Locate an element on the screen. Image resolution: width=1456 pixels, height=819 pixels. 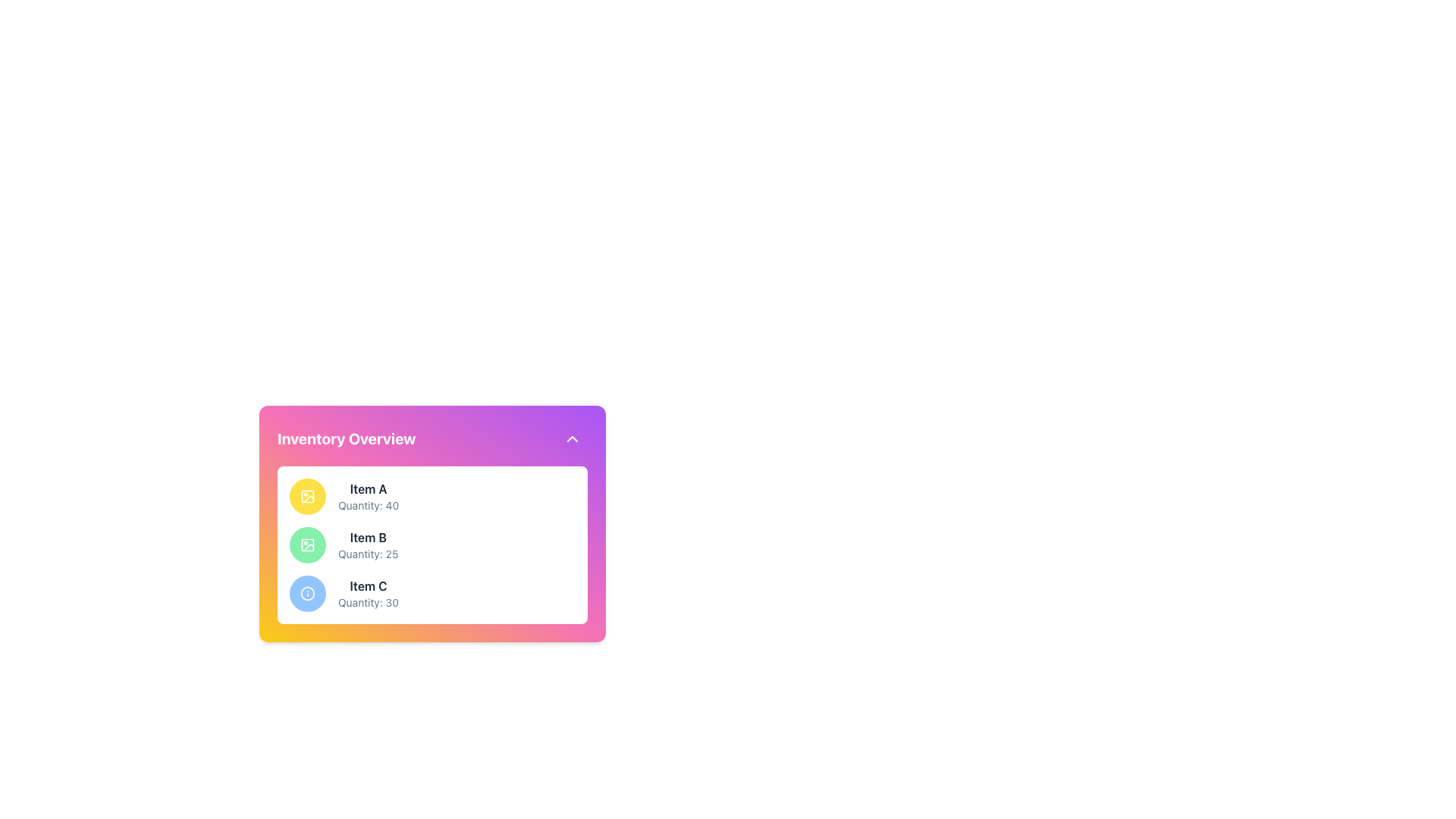
the text label 'Item B' styled in bold dark gray, which is the second item in the 'Inventory Overview' card list is located at coordinates (368, 537).